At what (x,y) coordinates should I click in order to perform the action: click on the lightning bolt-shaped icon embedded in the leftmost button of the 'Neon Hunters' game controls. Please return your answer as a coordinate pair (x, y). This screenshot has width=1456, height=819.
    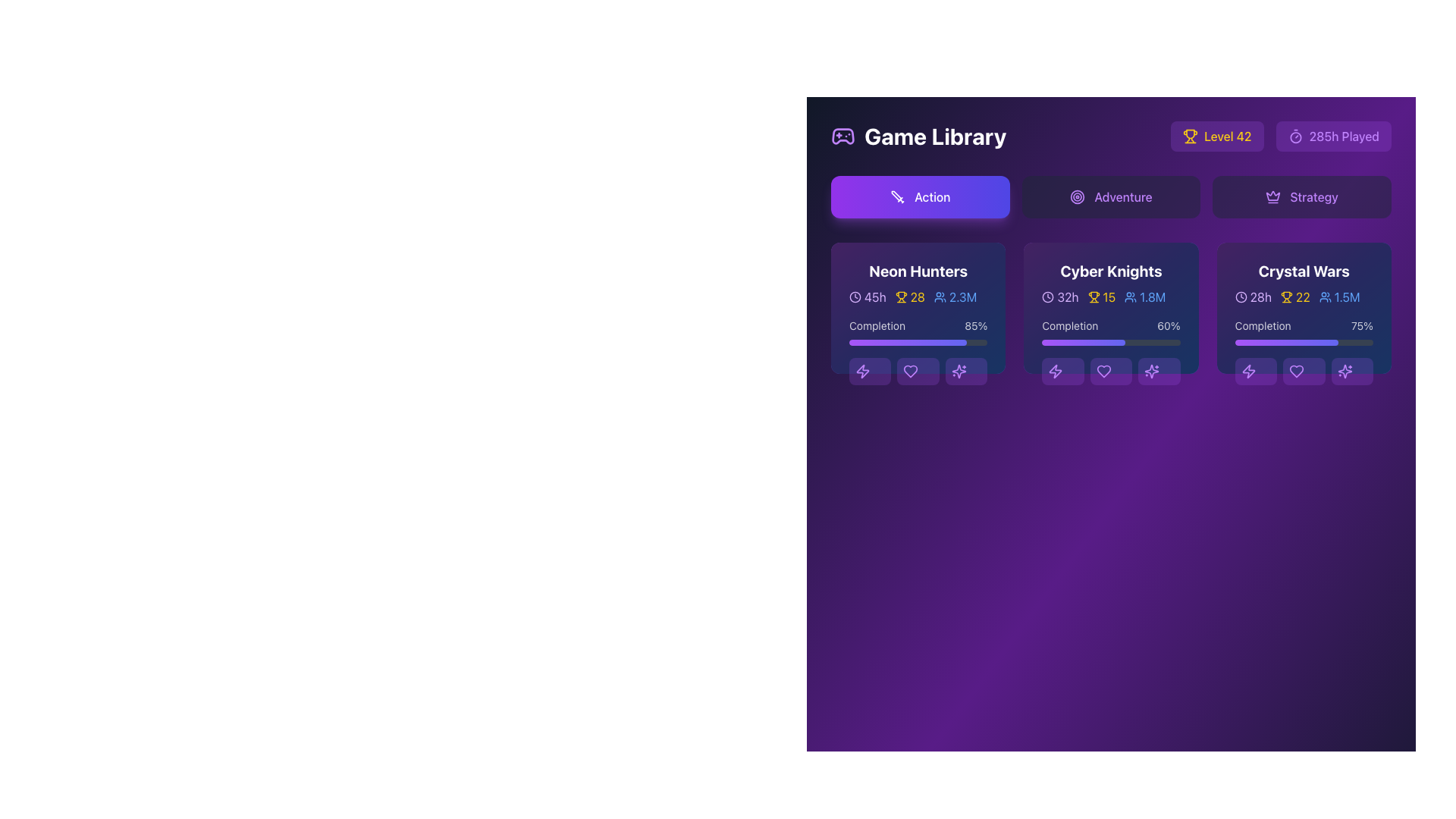
    Looking at the image, I should click on (862, 371).